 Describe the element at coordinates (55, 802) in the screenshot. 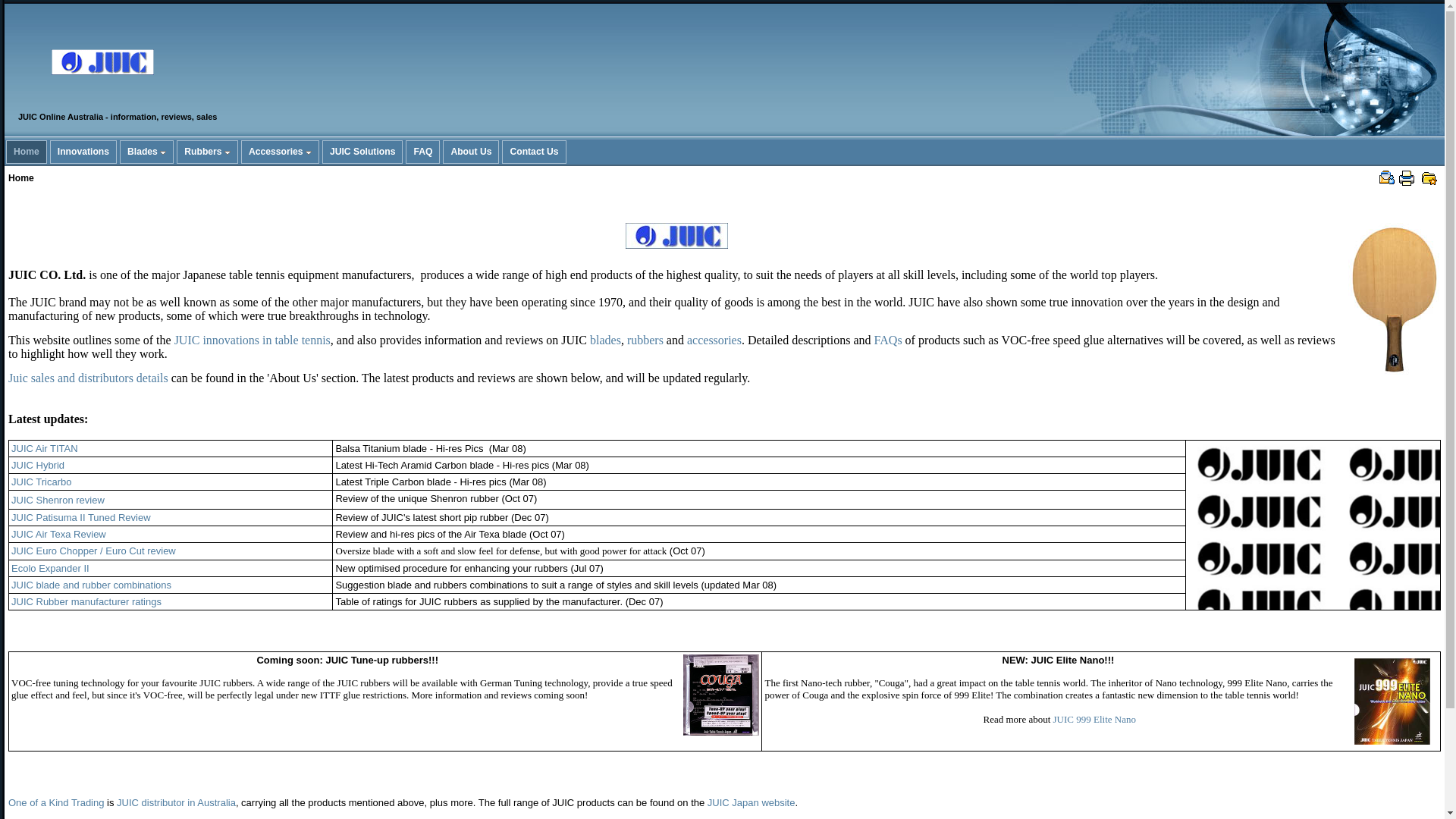

I see `'One of a Kind Trading'` at that location.